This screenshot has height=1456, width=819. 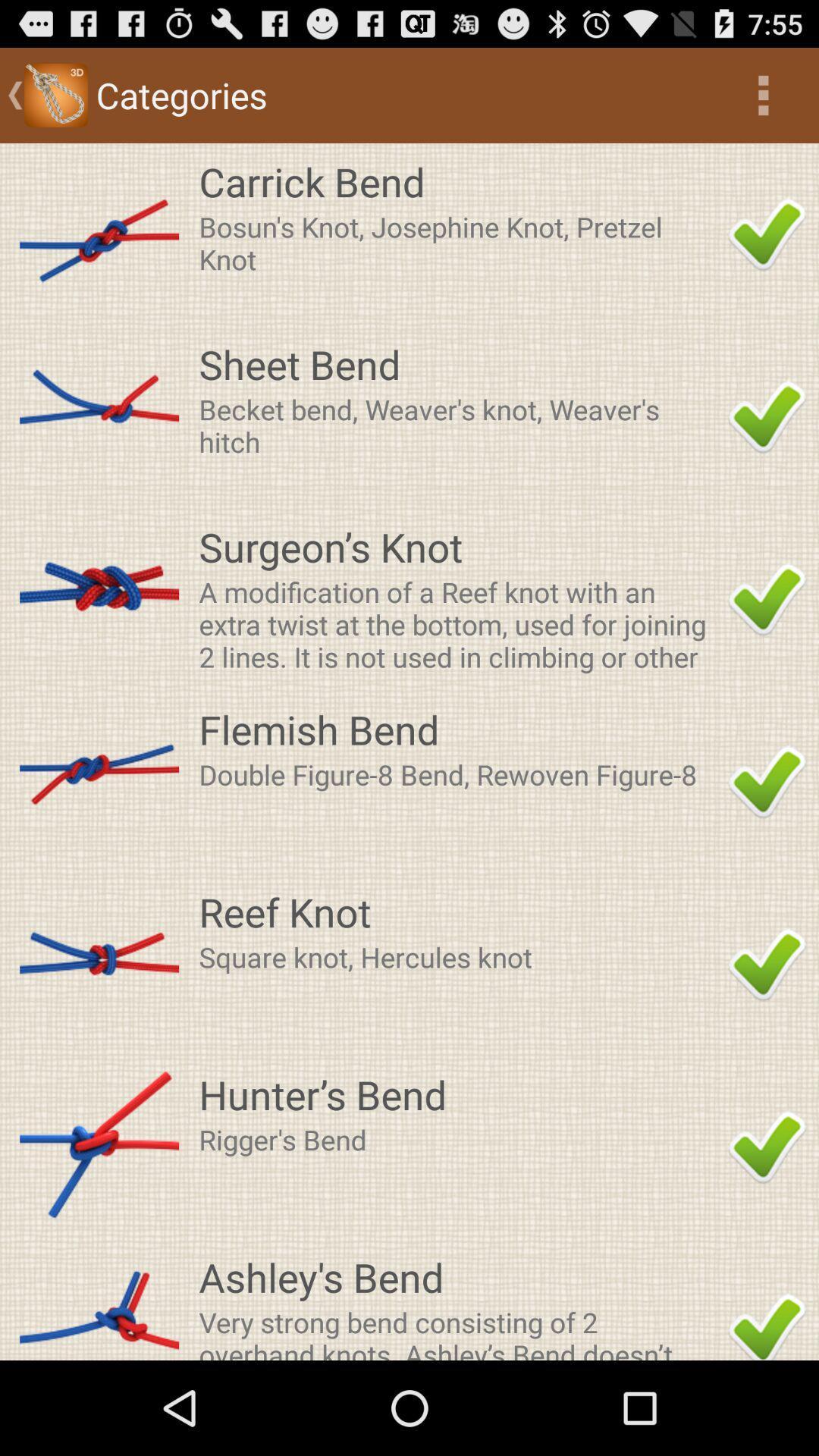 I want to click on item next to categories icon, so click(x=763, y=94).